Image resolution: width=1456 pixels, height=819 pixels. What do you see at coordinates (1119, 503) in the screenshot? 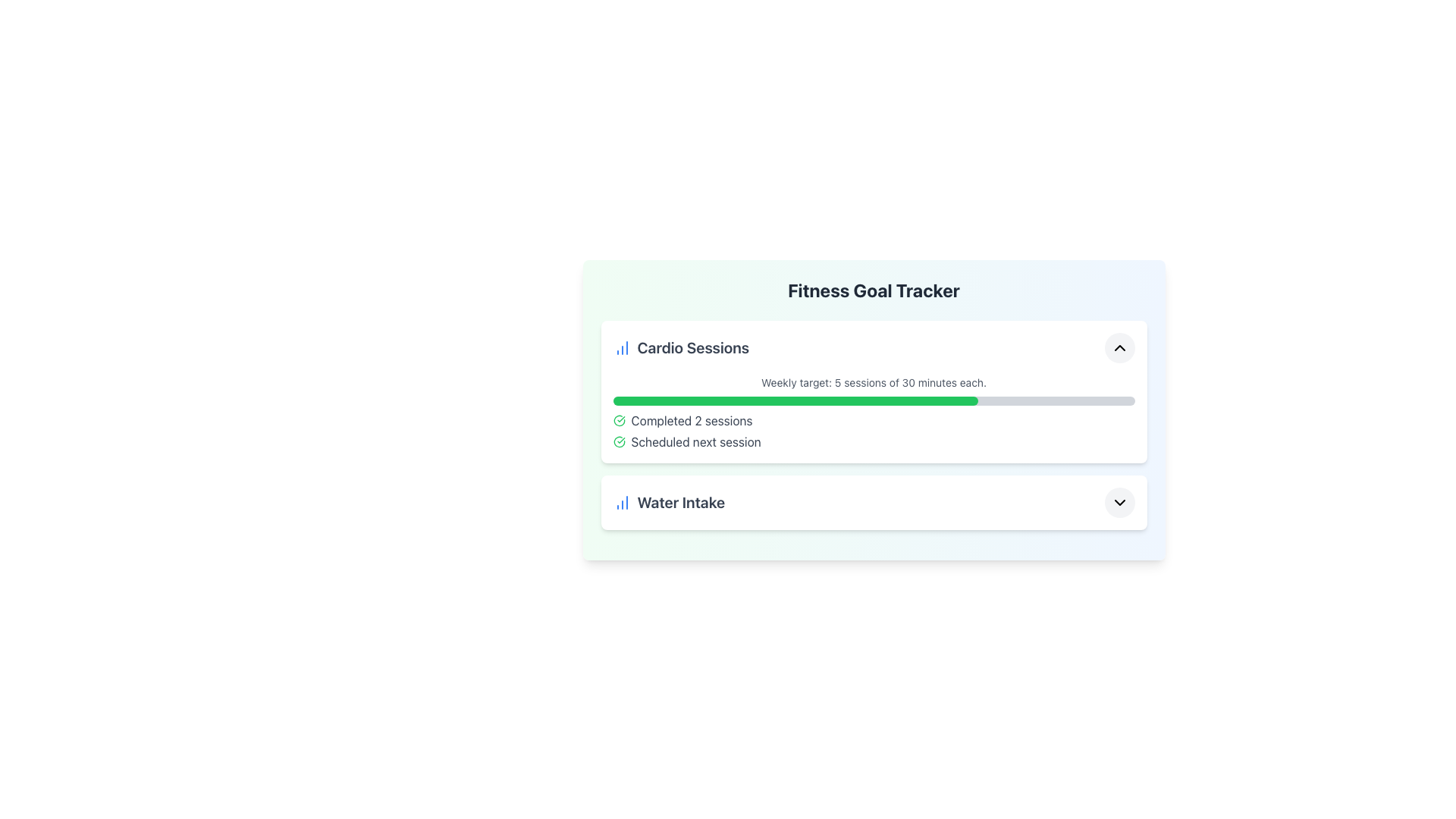
I see `the dropdown toggle button located at the far right of the 'Water Intake' section` at bounding box center [1119, 503].